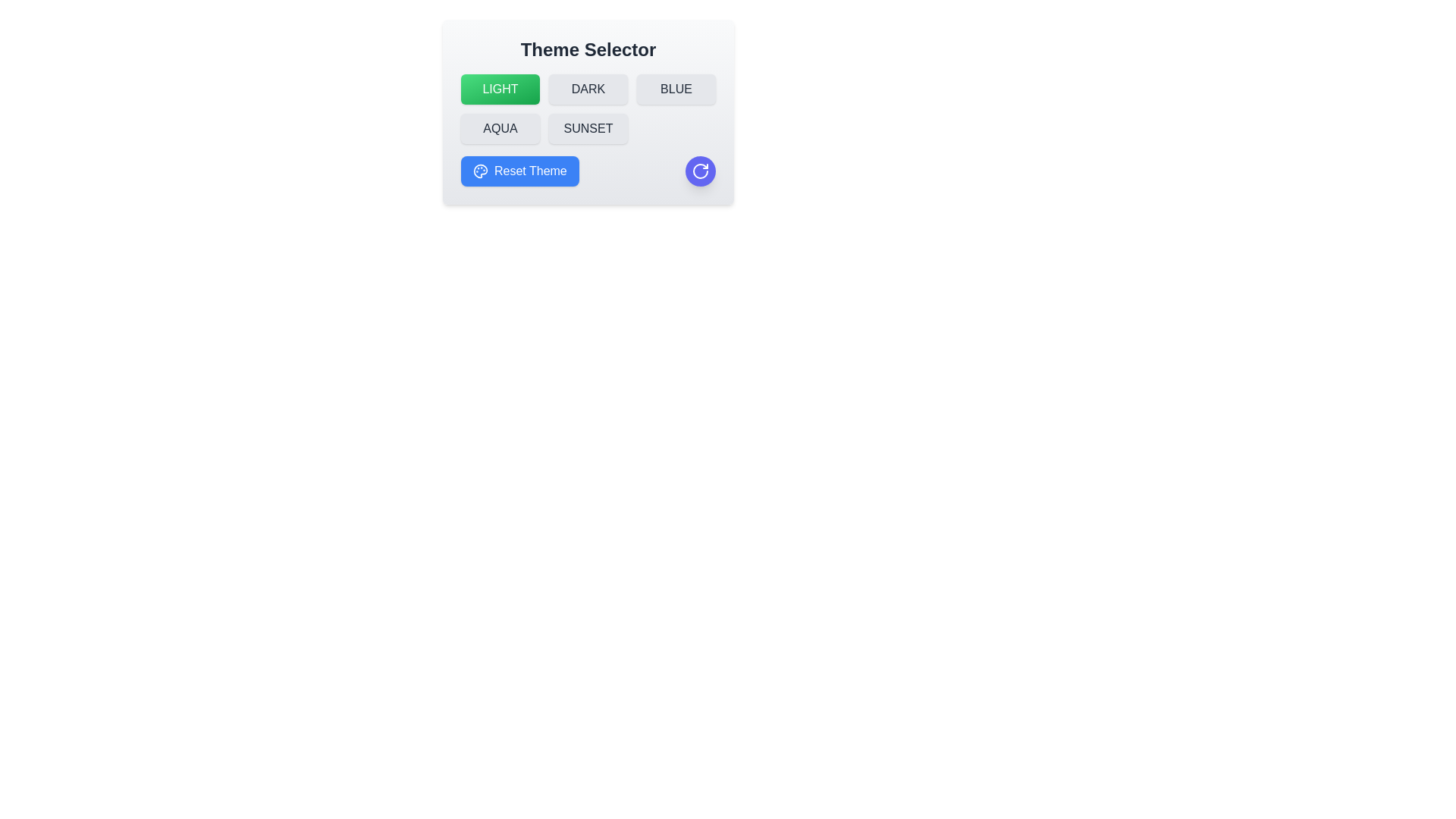 Image resolution: width=1456 pixels, height=819 pixels. I want to click on the 'Reset Theme' button to reset the theme to 'light', so click(519, 171).